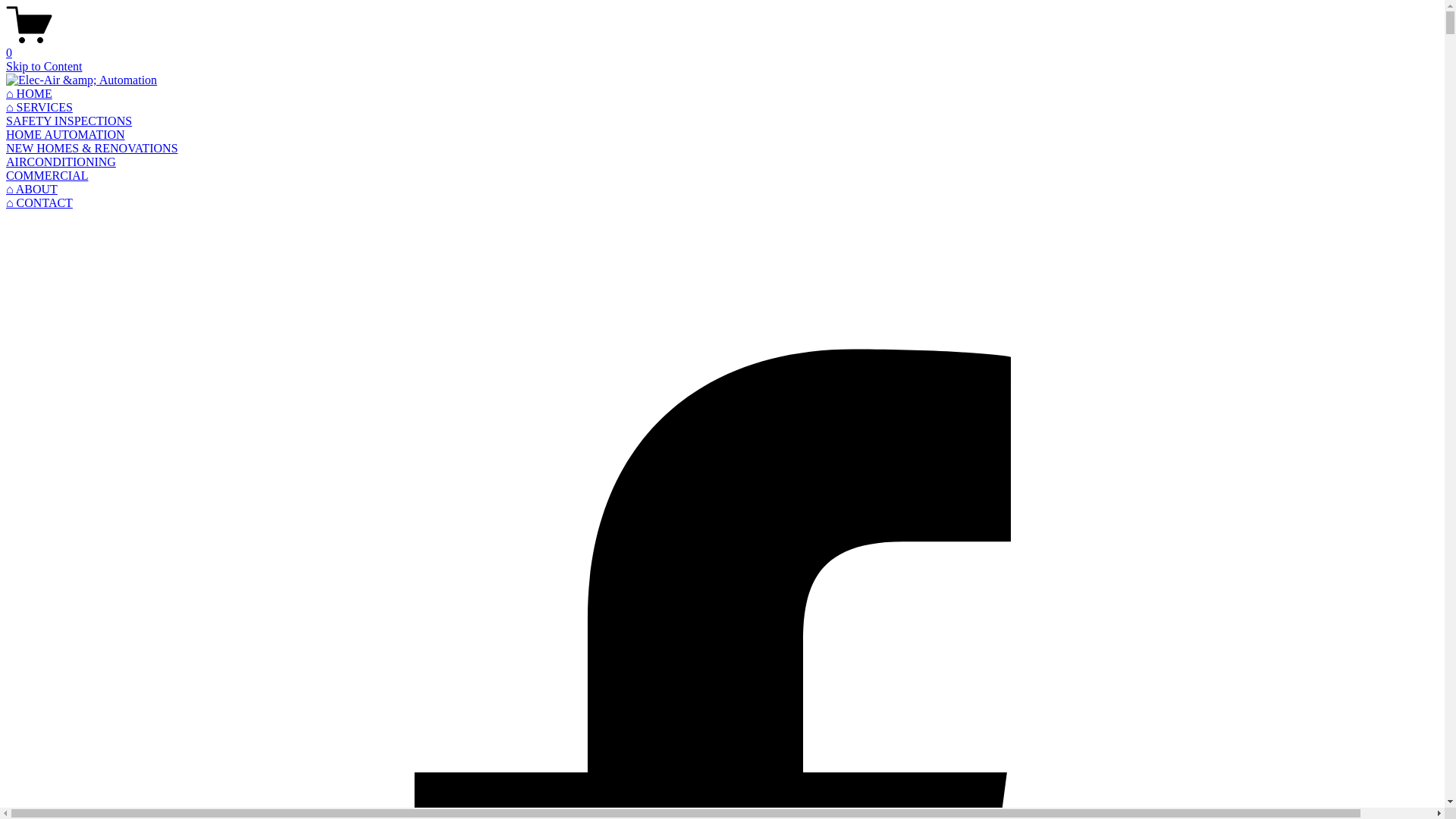 This screenshot has height=819, width=1456. What do you see at coordinates (43, 65) in the screenshot?
I see `'Skip to Content'` at bounding box center [43, 65].